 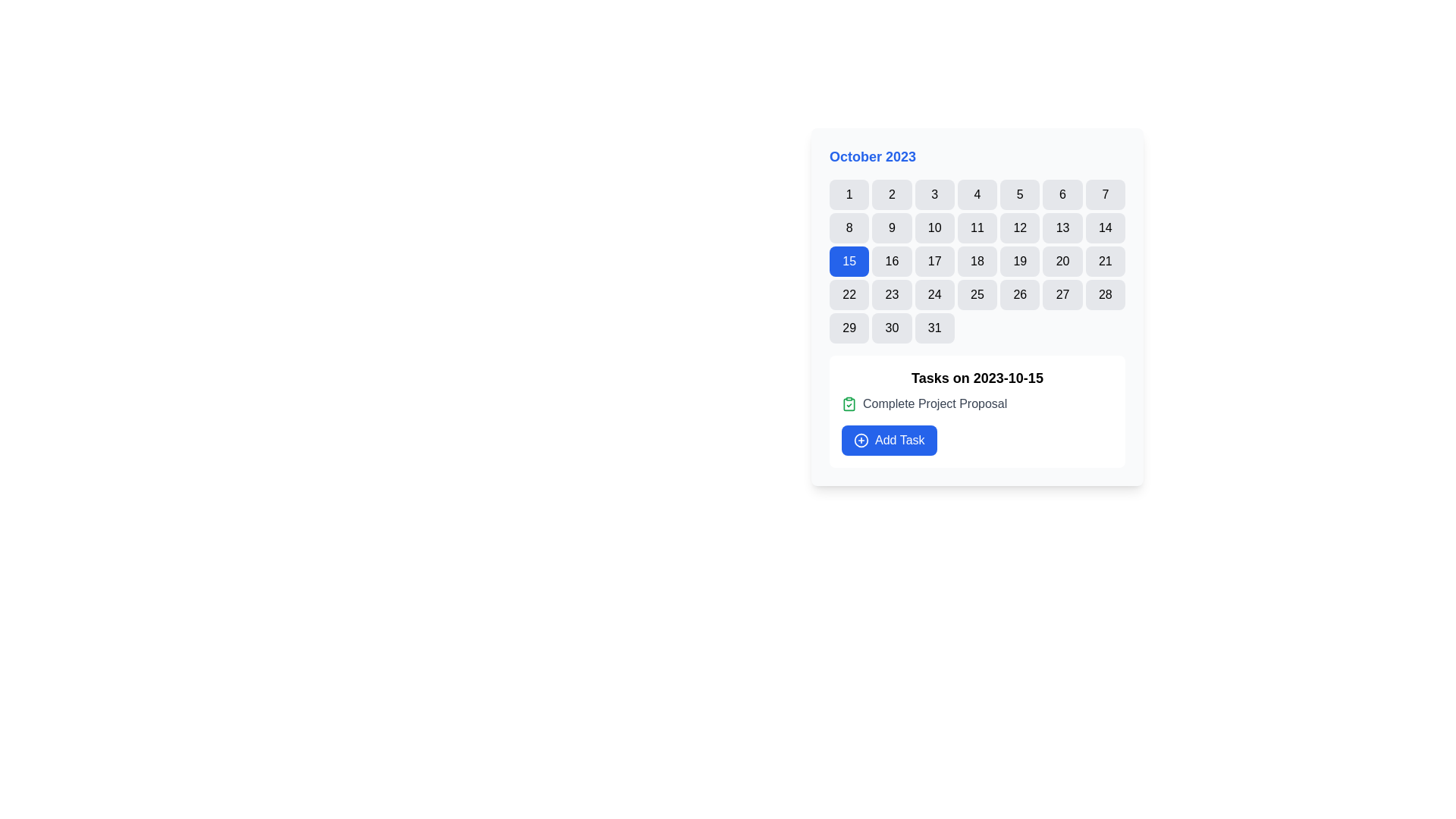 I want to click on the central circular component of the 'Add Task' button, which has a light-colored stroke and transparent fill, located below the date label 'Tasks on 2023-10-15.', so click(x=861, y=441).